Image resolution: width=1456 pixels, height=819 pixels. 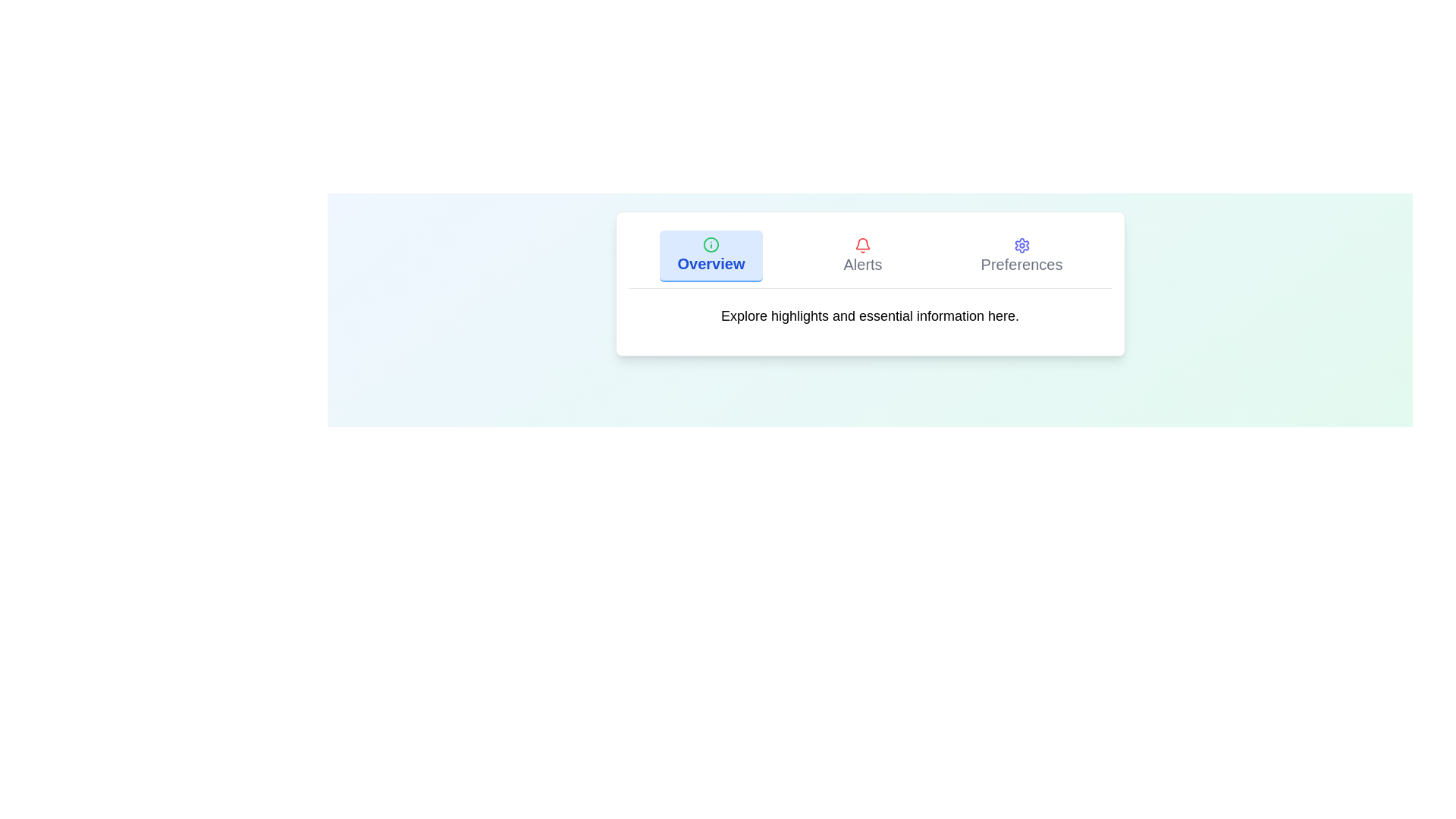 I want to click on the tab button labeled Preferences to observe its visual feedback, so click(x=1021, y=256).